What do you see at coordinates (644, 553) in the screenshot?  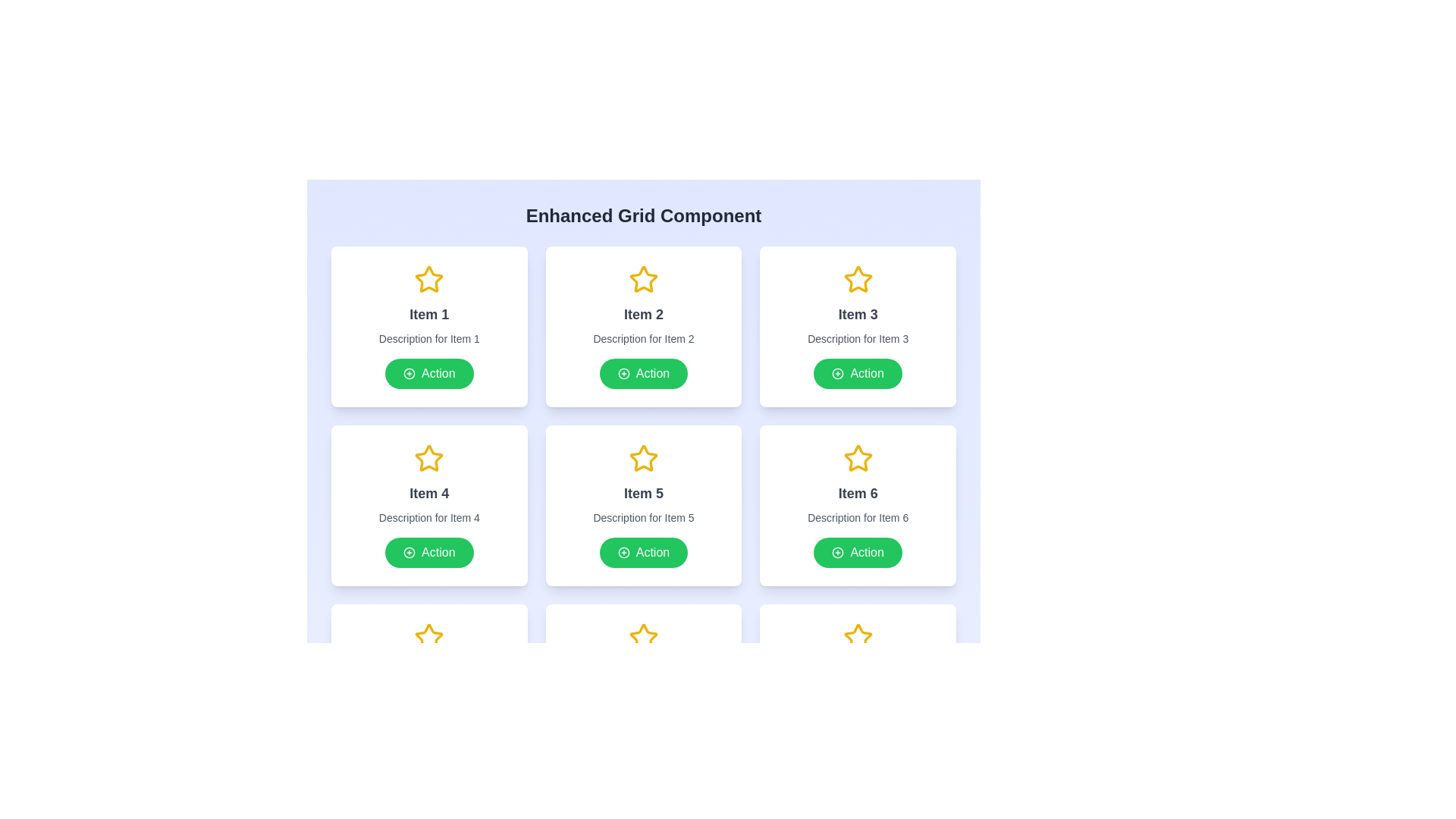 I see `the button located below the description text 'Description for Item 5' within the card labeled 'Item 5'` at bounding box center [644, 553].